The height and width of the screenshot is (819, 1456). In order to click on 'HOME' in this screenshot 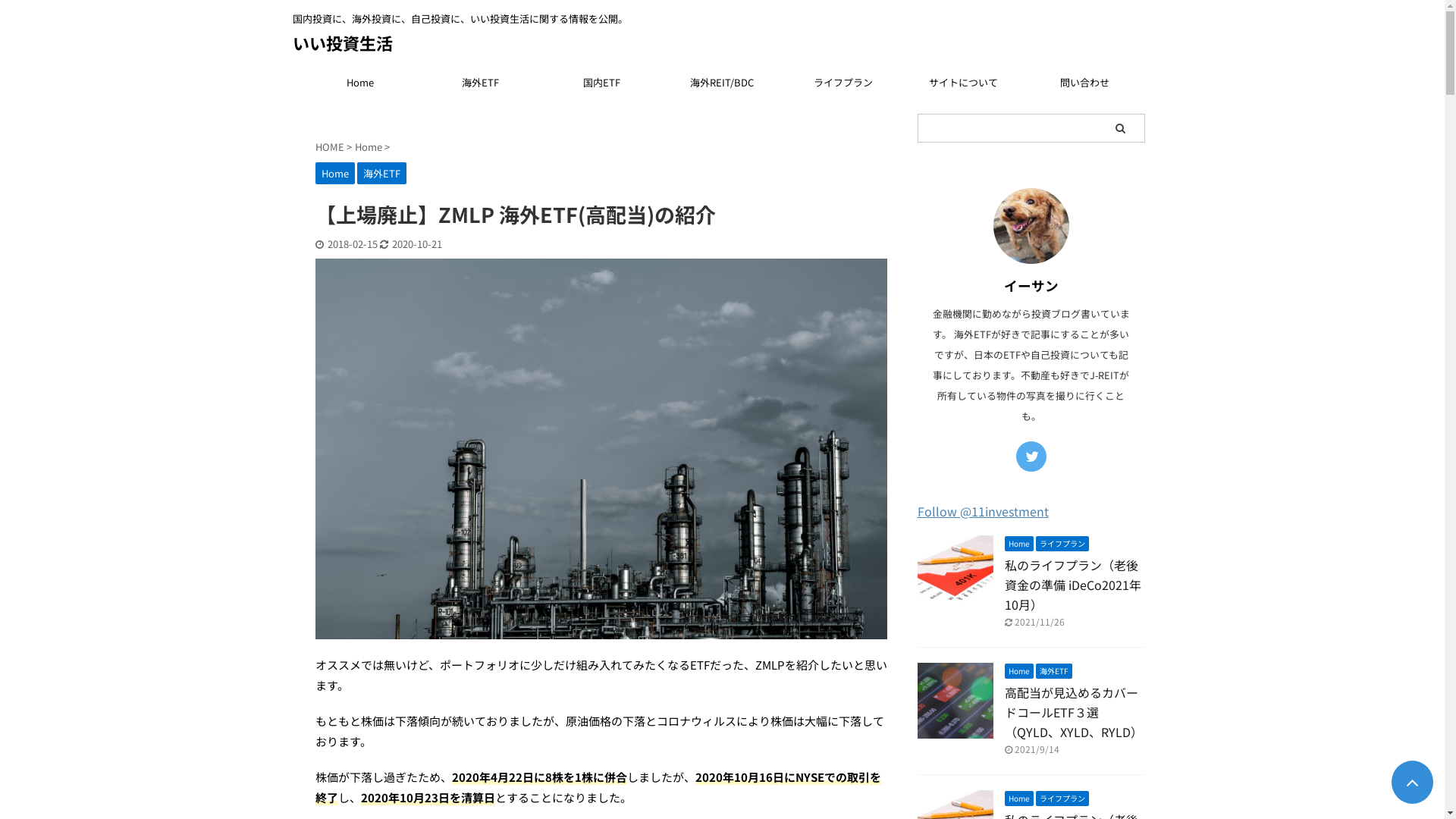, I will do `click(330, 146)`.